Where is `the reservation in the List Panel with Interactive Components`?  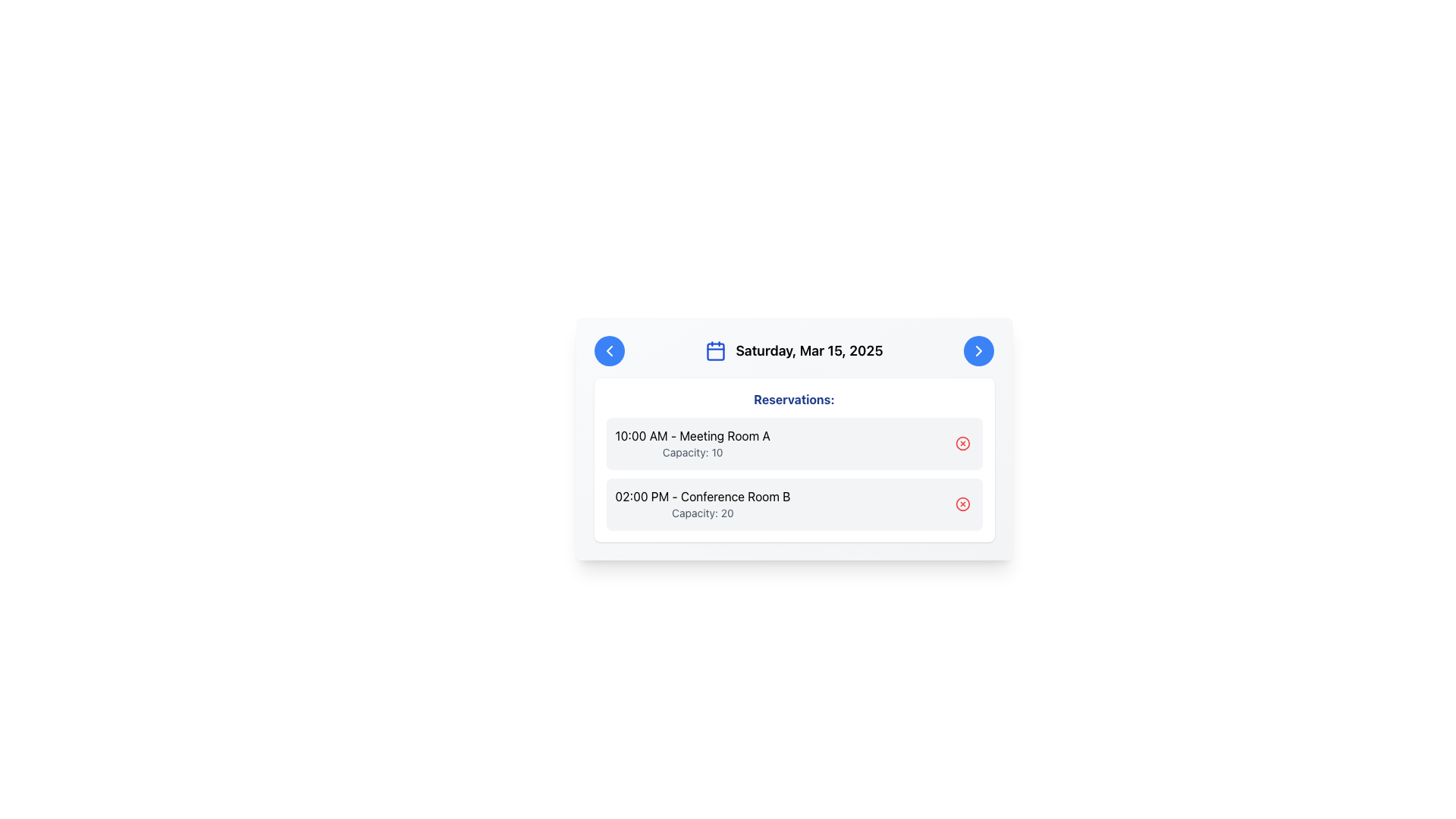 the reservation in the List Panel with Interactive Components is located at coordinates (793, 459).